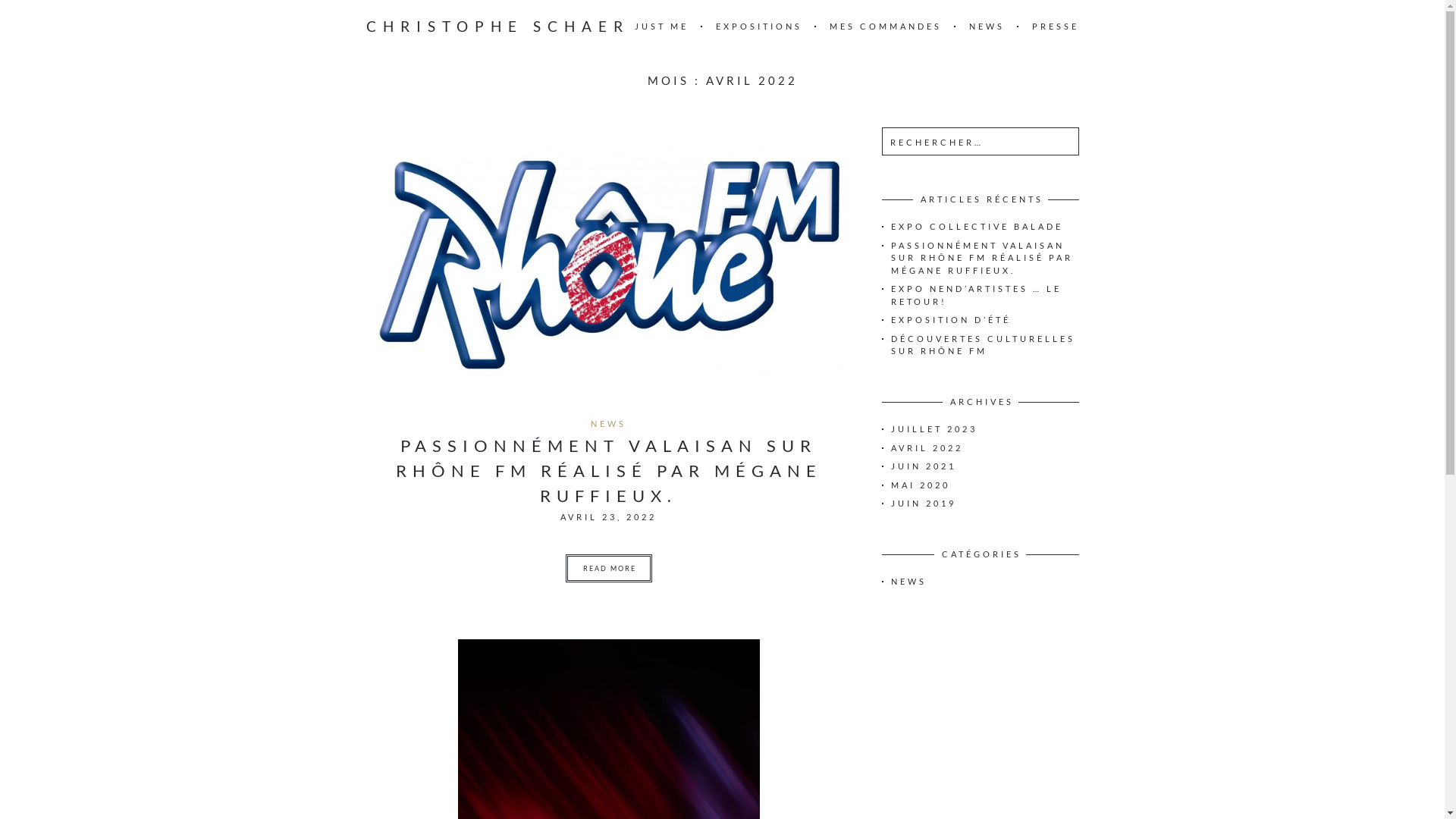  What do you see at coordinates (890, 447) in the screenshot?
I see `'AVRIL 2022'` at bounding box center [890, 447].